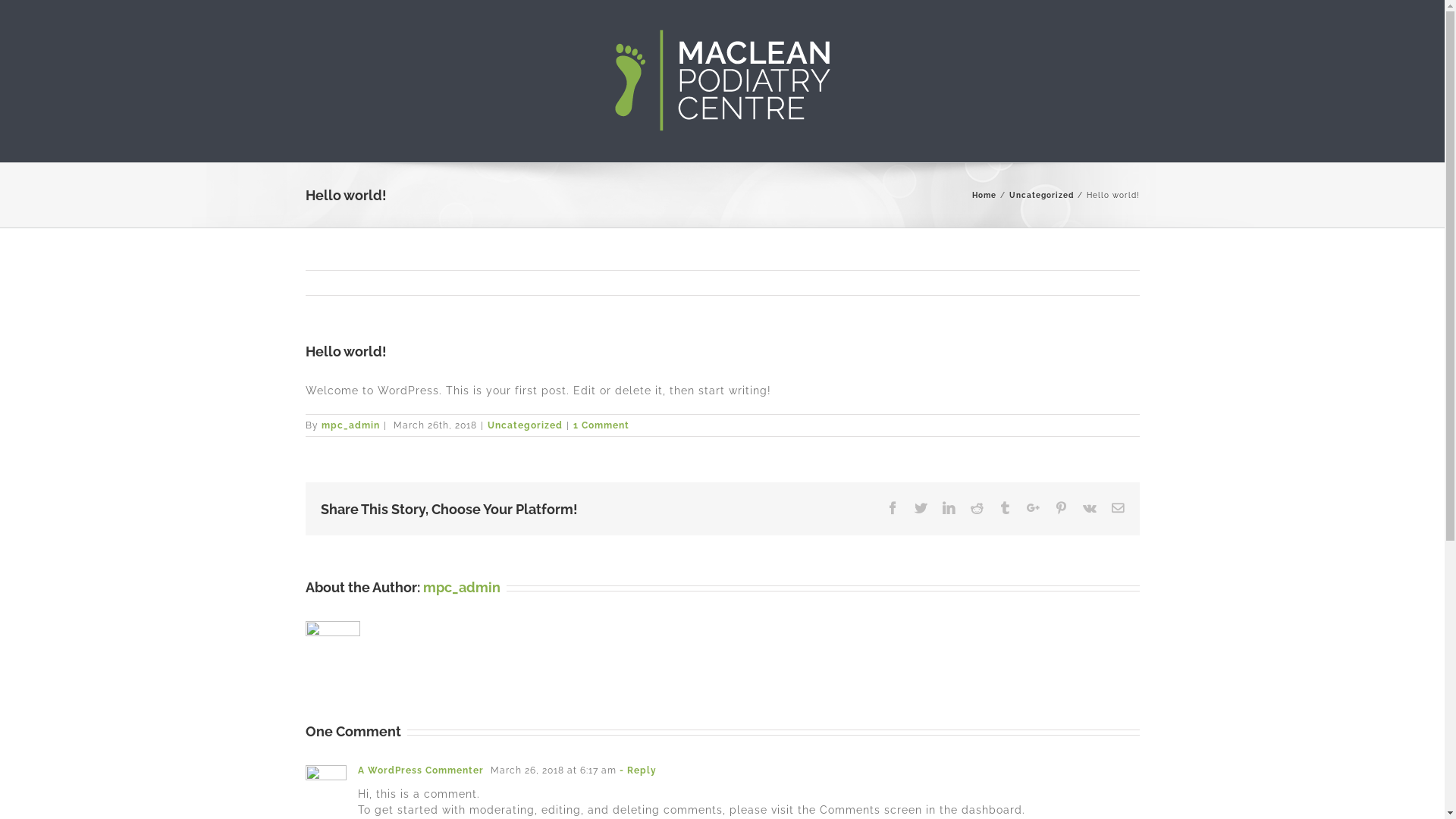  What do you see at coordinates (421, 770) in the screenshot?
I see `'A WordPress Commenter'` at bounding box center [421, 770].